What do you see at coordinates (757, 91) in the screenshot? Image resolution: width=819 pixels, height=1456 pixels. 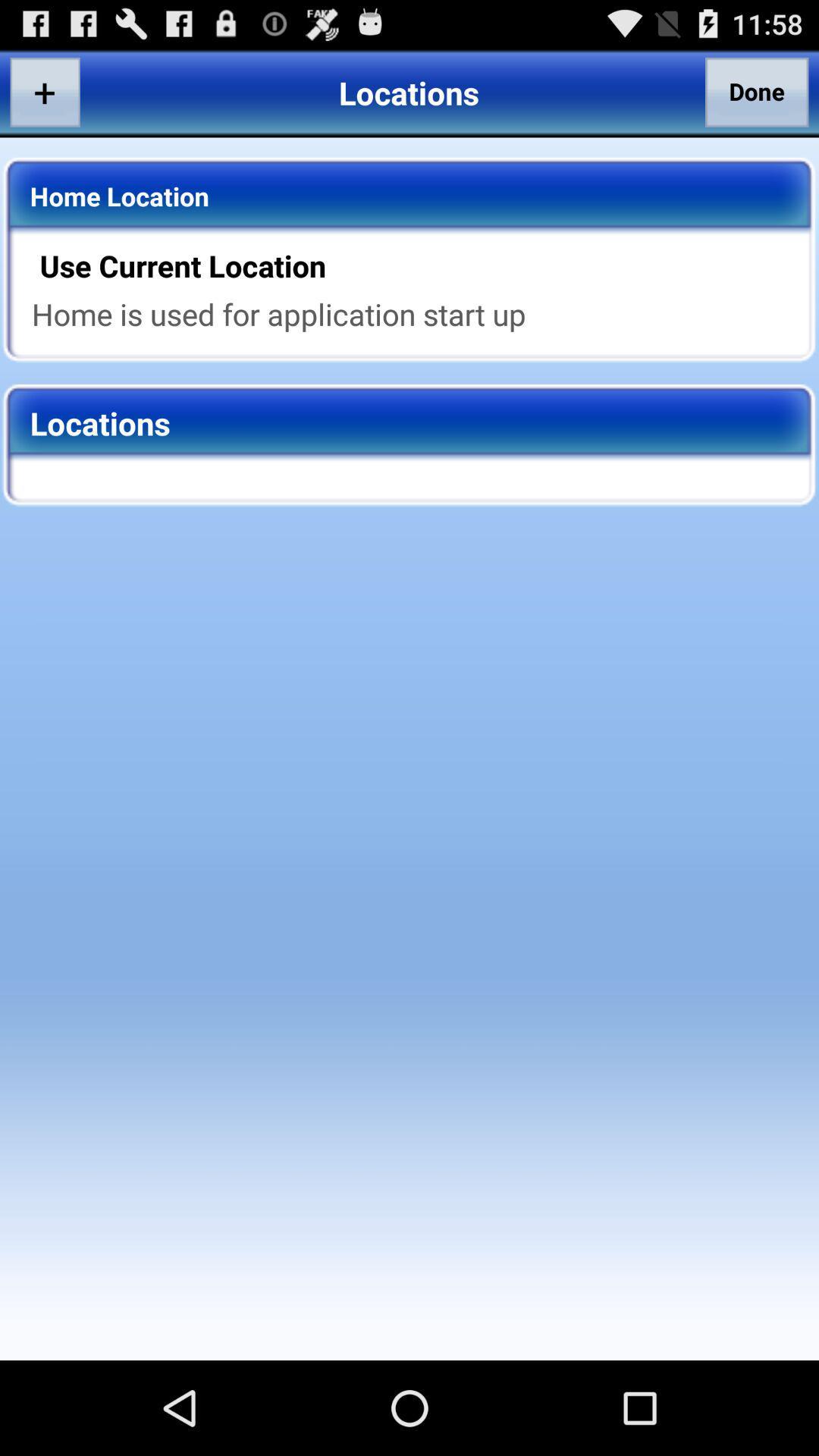 I see `the item to the right of locations app` at bounding box center [757, 91].